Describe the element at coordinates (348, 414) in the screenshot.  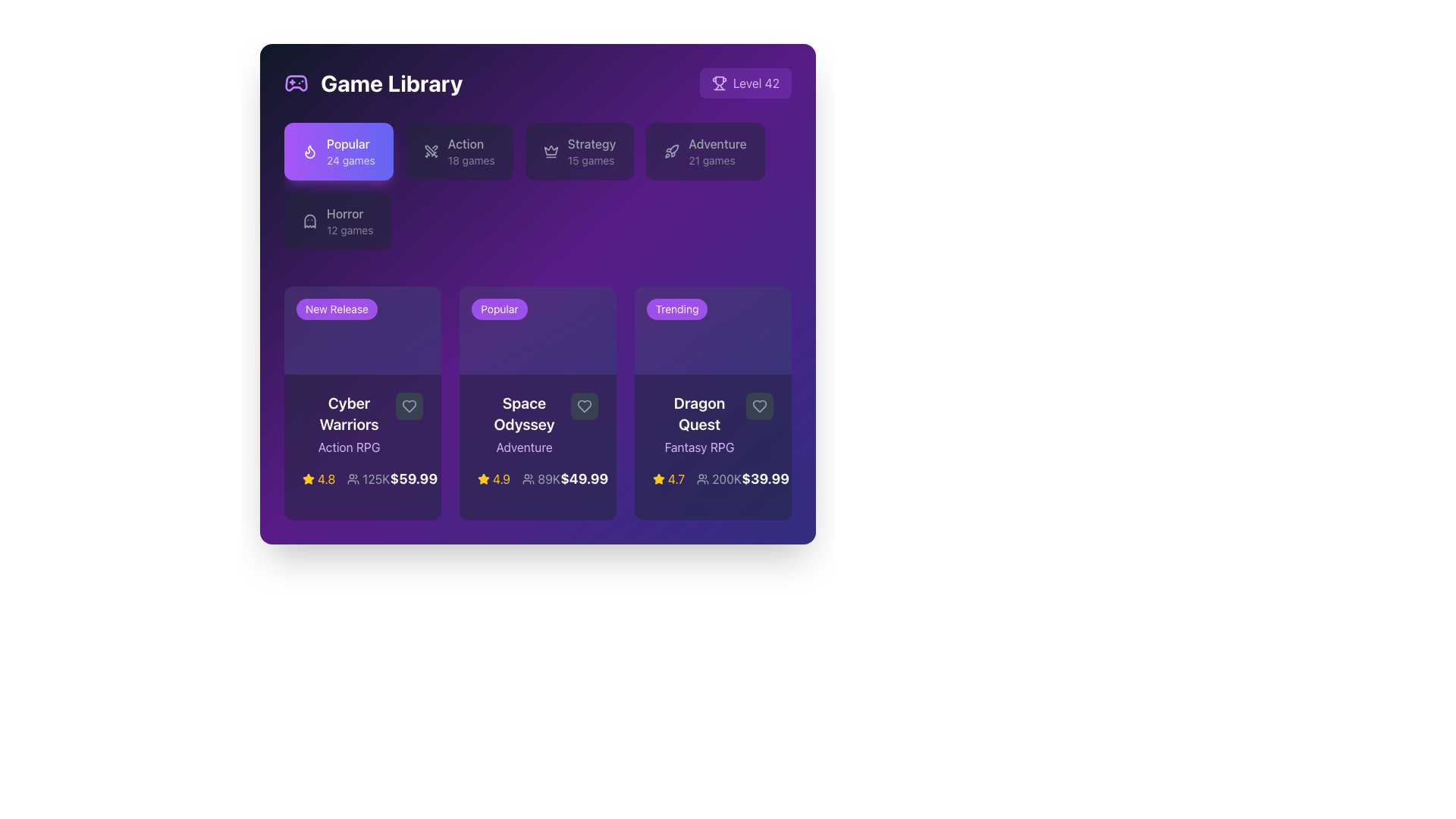
I see `game title 'Cyber Warriors' displayed in a bold white font on the dark purple card background, which is centered horizontally in the first game card` at that location.